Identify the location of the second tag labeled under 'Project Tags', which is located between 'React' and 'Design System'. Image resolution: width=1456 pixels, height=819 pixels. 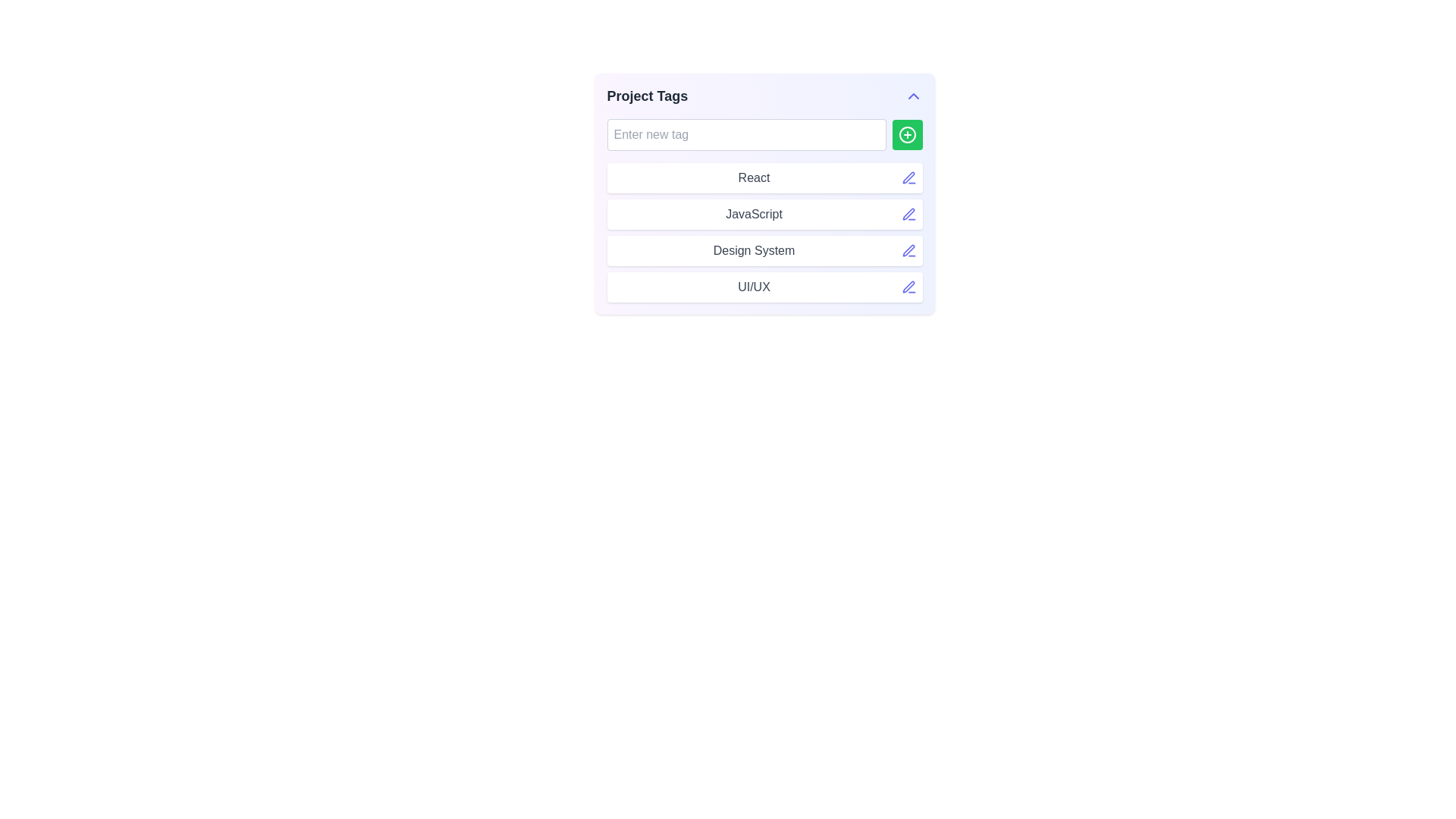
(764, 214).